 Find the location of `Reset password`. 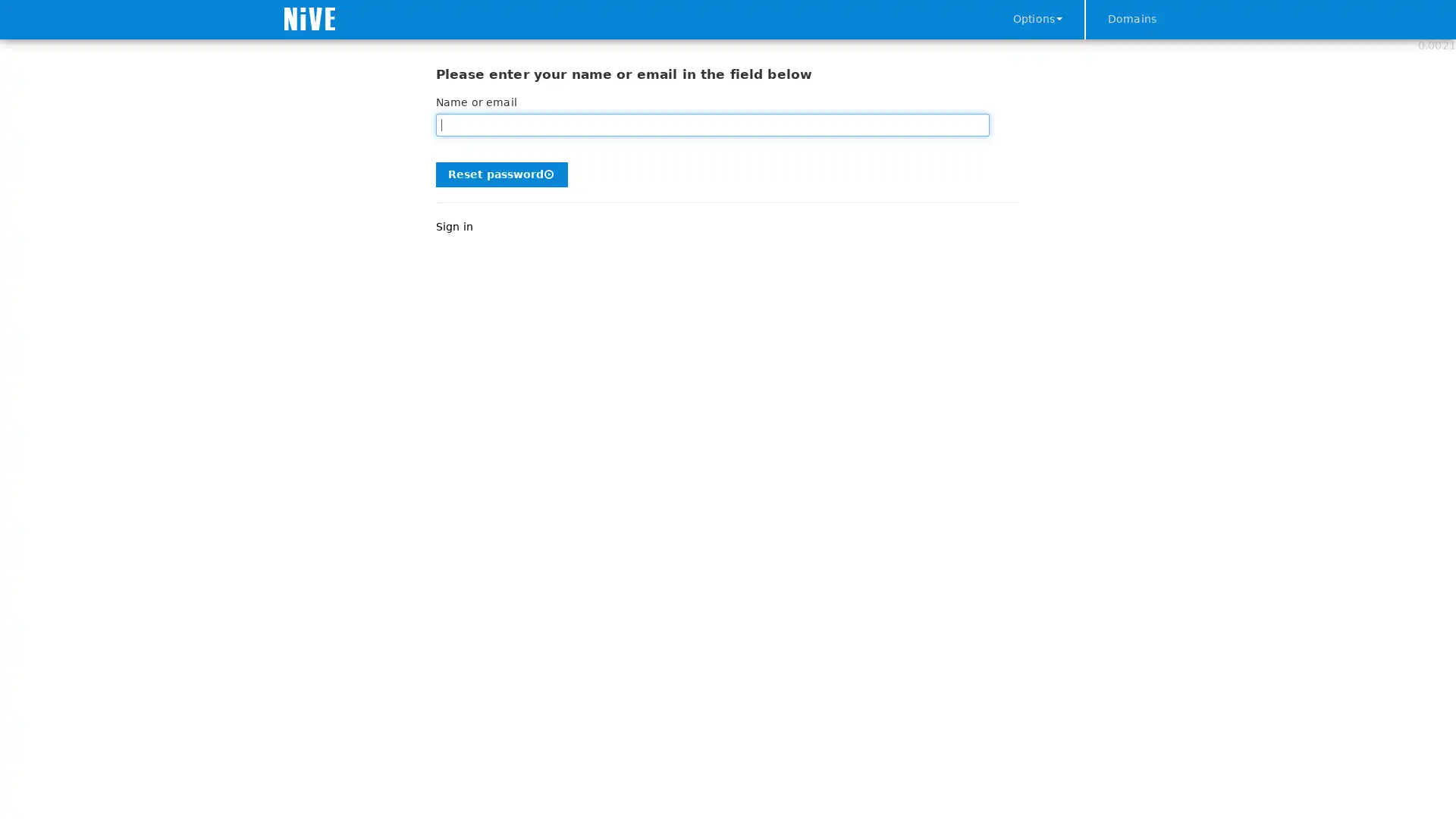

Reset password is located at coordinates (502, 173).